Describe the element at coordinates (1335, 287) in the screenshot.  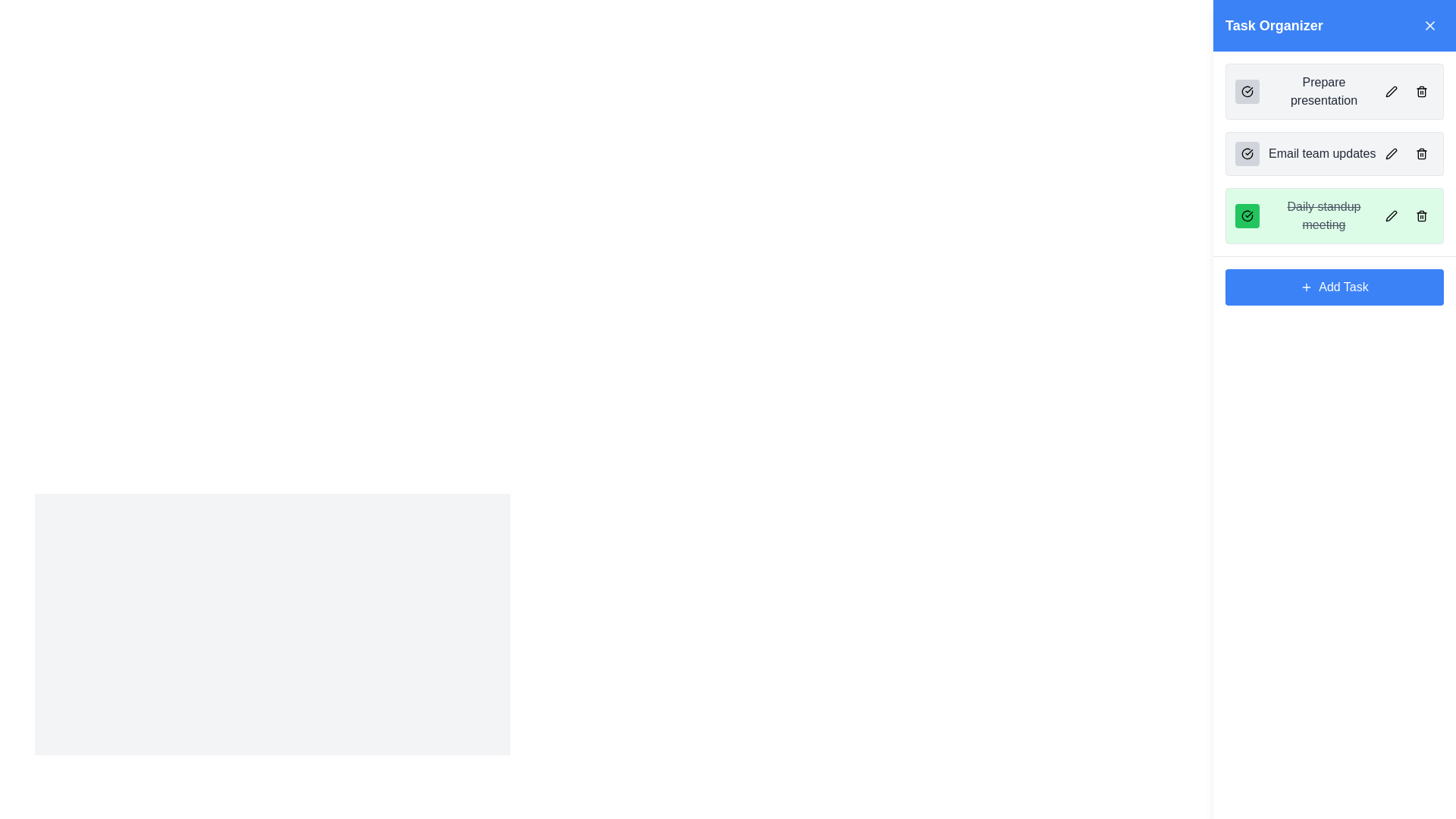
I see `the 'Add Task' button located at the bottom of the task organizer` at that location.